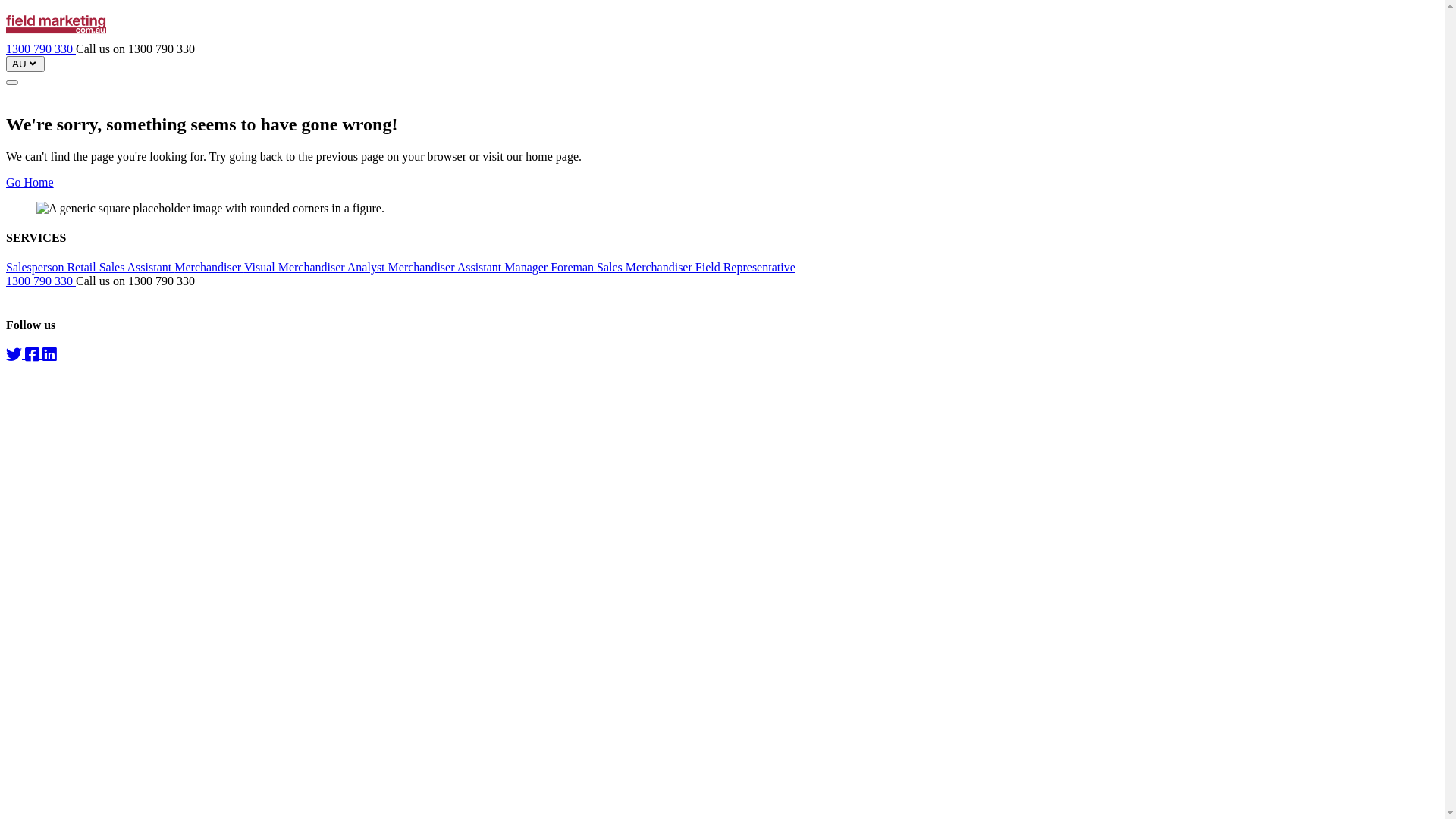 This screenshot has width=1456, height=819. What do you see at coordinates (596, 266) in the screenshot?
I see `'Sales Merchandiser'` at bounding box center [596, 266].